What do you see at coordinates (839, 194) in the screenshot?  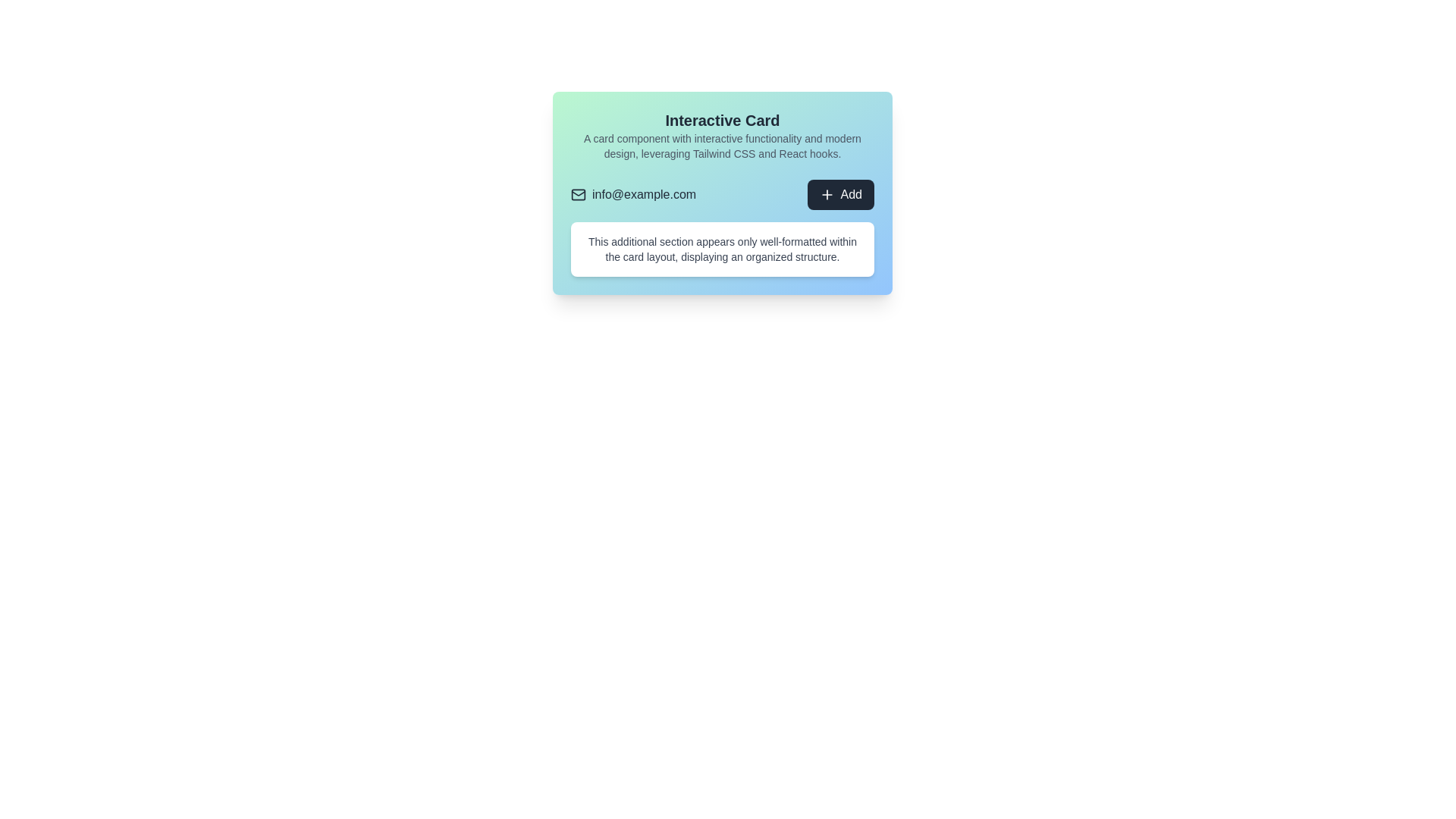 I see `the 'Add' button with a dark gray background and white text, located at the top-right area of the card layout` at bounding box center [839, 194].